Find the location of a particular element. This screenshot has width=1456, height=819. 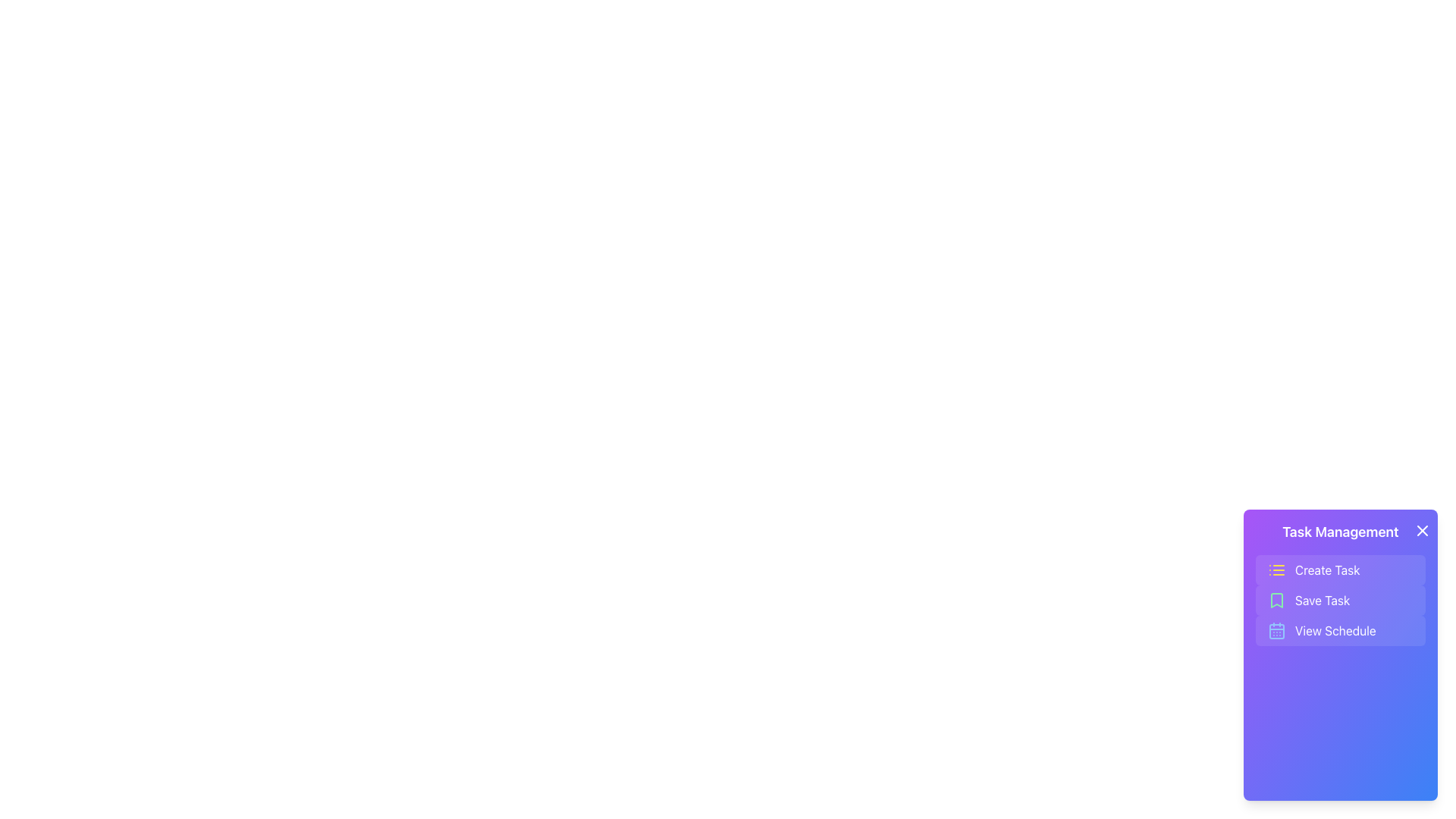

the calendar icon with a grid design and rounded corners, which is styled with a light blue color and is located to the left of the 'View Schedule' text in the 'Task Management' panel is located at coordinates (1276, 631).